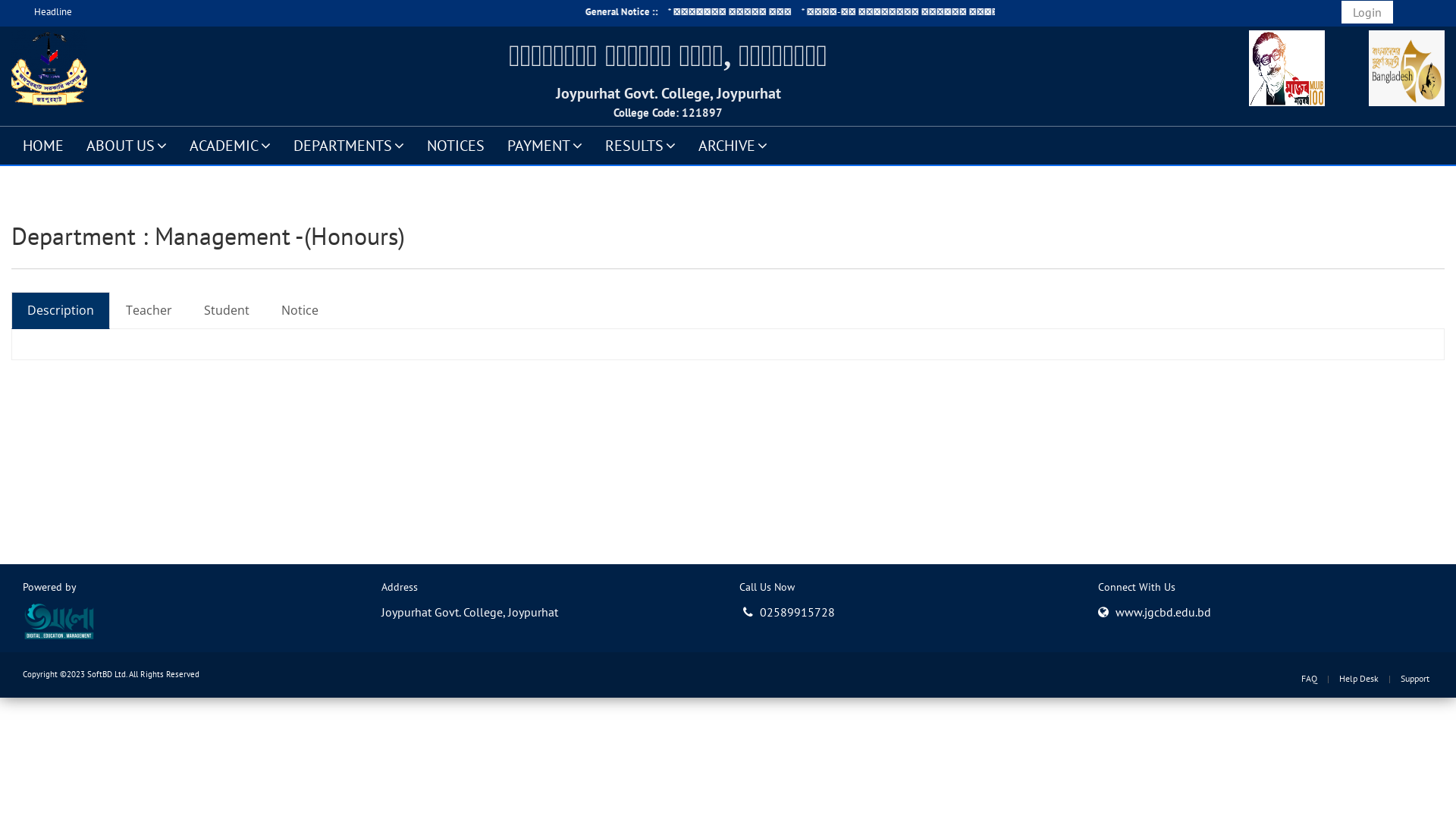 The width and height of the screenshot is (1456, 819). Describe the element at coordinates (11, 309) in the screenshot. I see `'Description'` at that location.